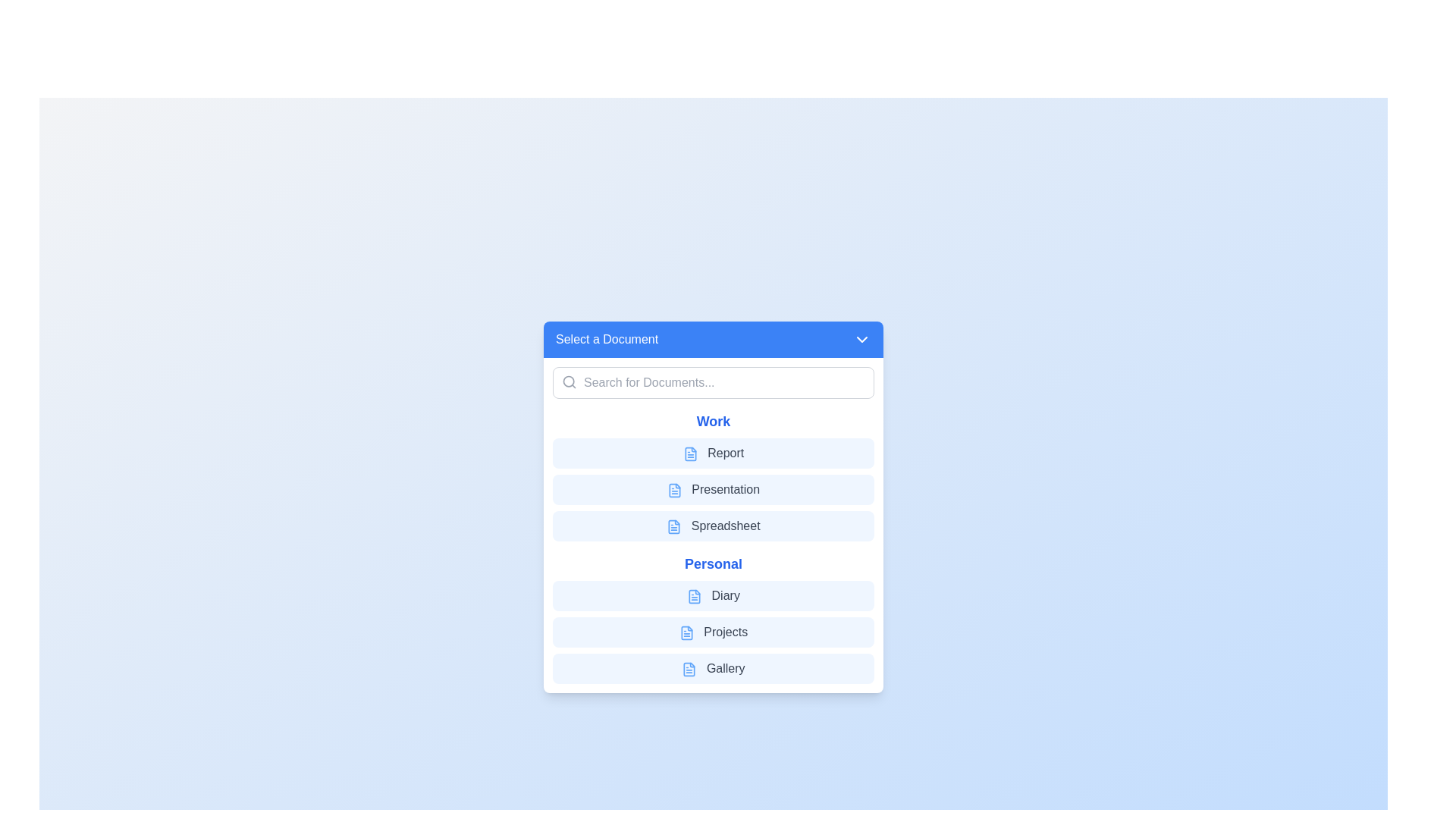 The image size is (1456, 819). What do you see at coordinates (607, 338) in the screenshot?
I see `the Text Label that displays the current selection or prompts users to make a selection for a document, located in the top-left corner of the dropdown's header, left-aligned to a chevron-down icon` at bounding box center [607, 338].